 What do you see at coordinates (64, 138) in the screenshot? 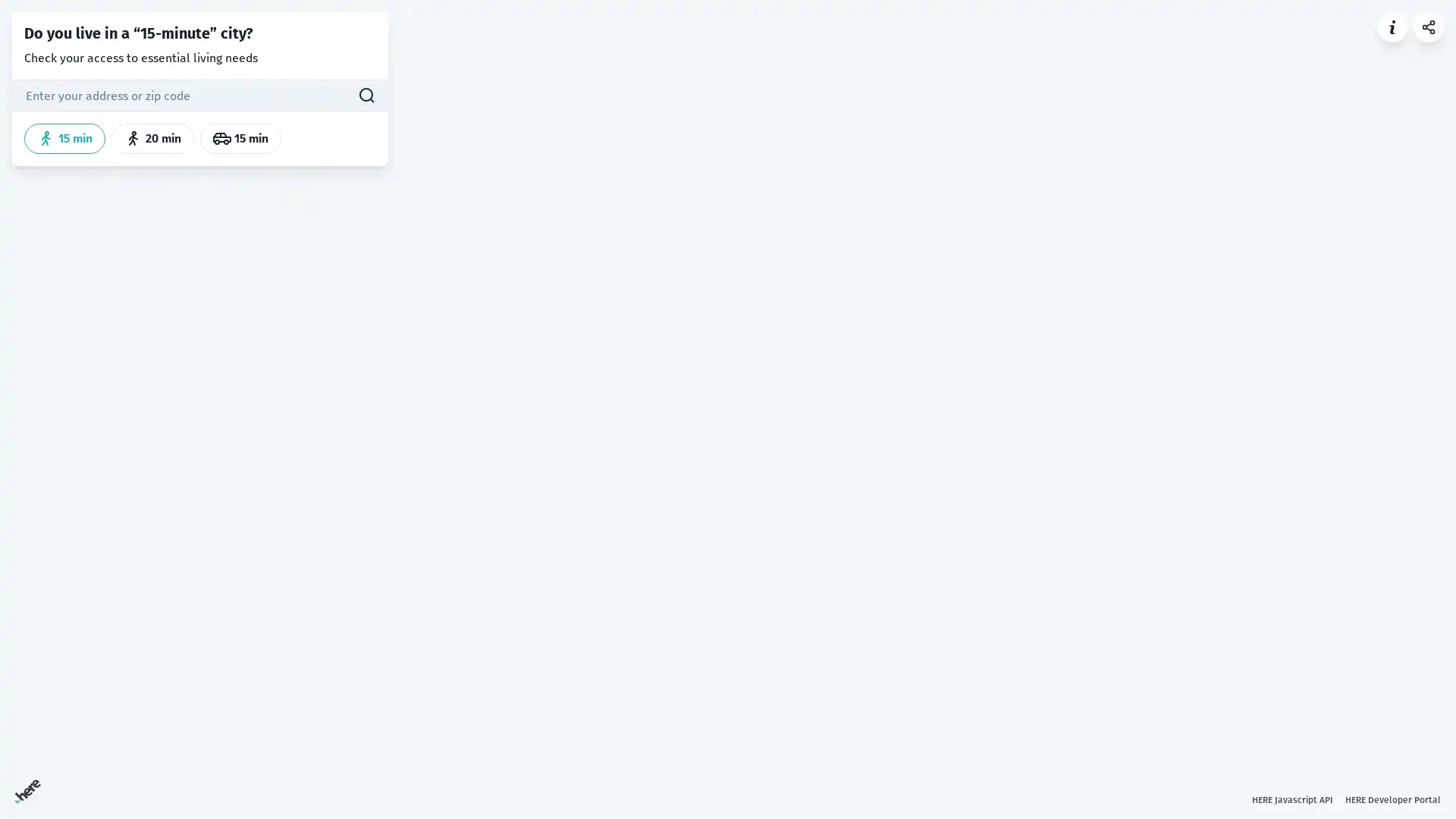
I see `15 min` at bounding box center [64, 138].